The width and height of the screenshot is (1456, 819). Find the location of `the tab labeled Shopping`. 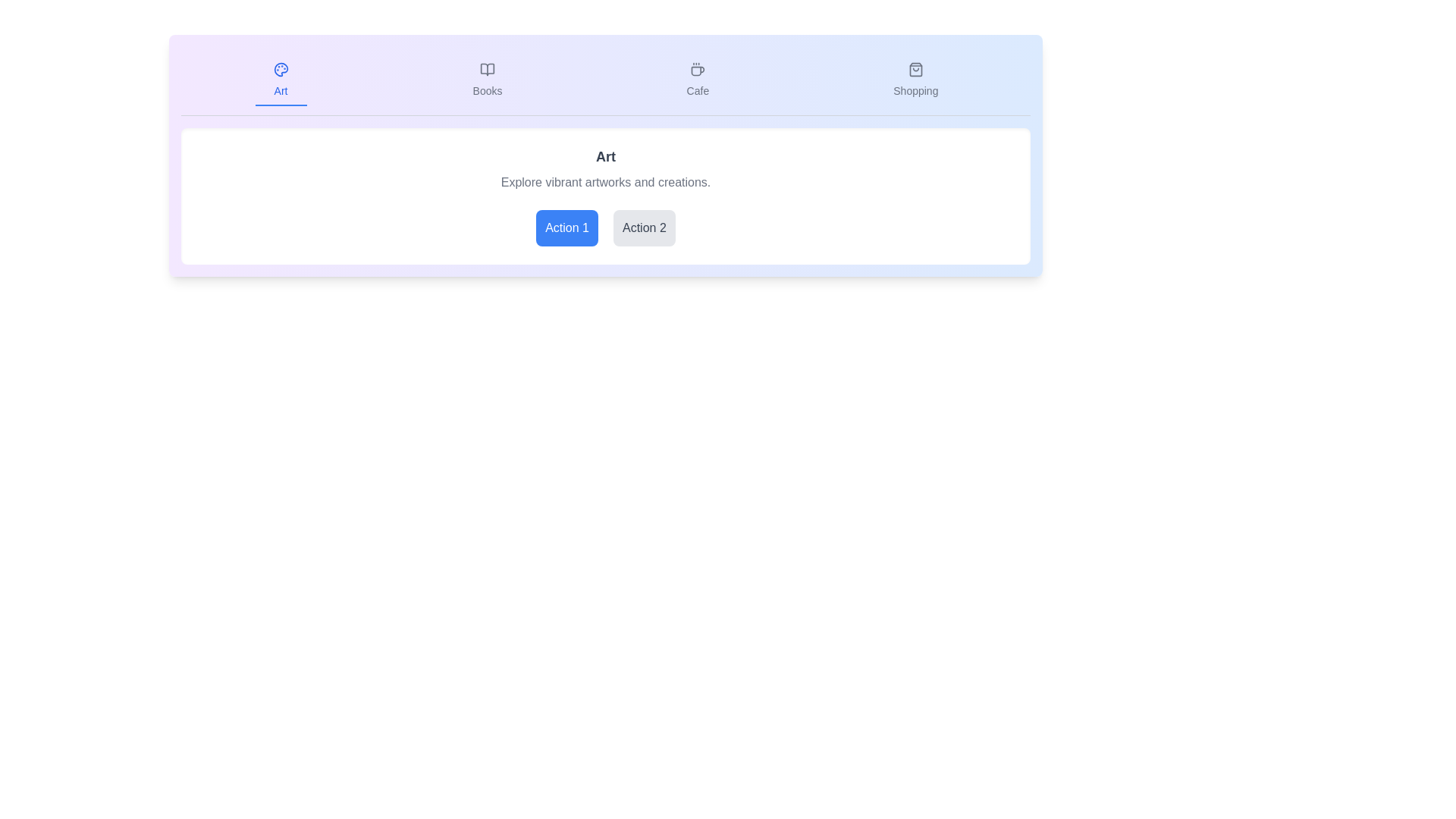

the tab labeled Shopping is located at coordinates (915, 81).